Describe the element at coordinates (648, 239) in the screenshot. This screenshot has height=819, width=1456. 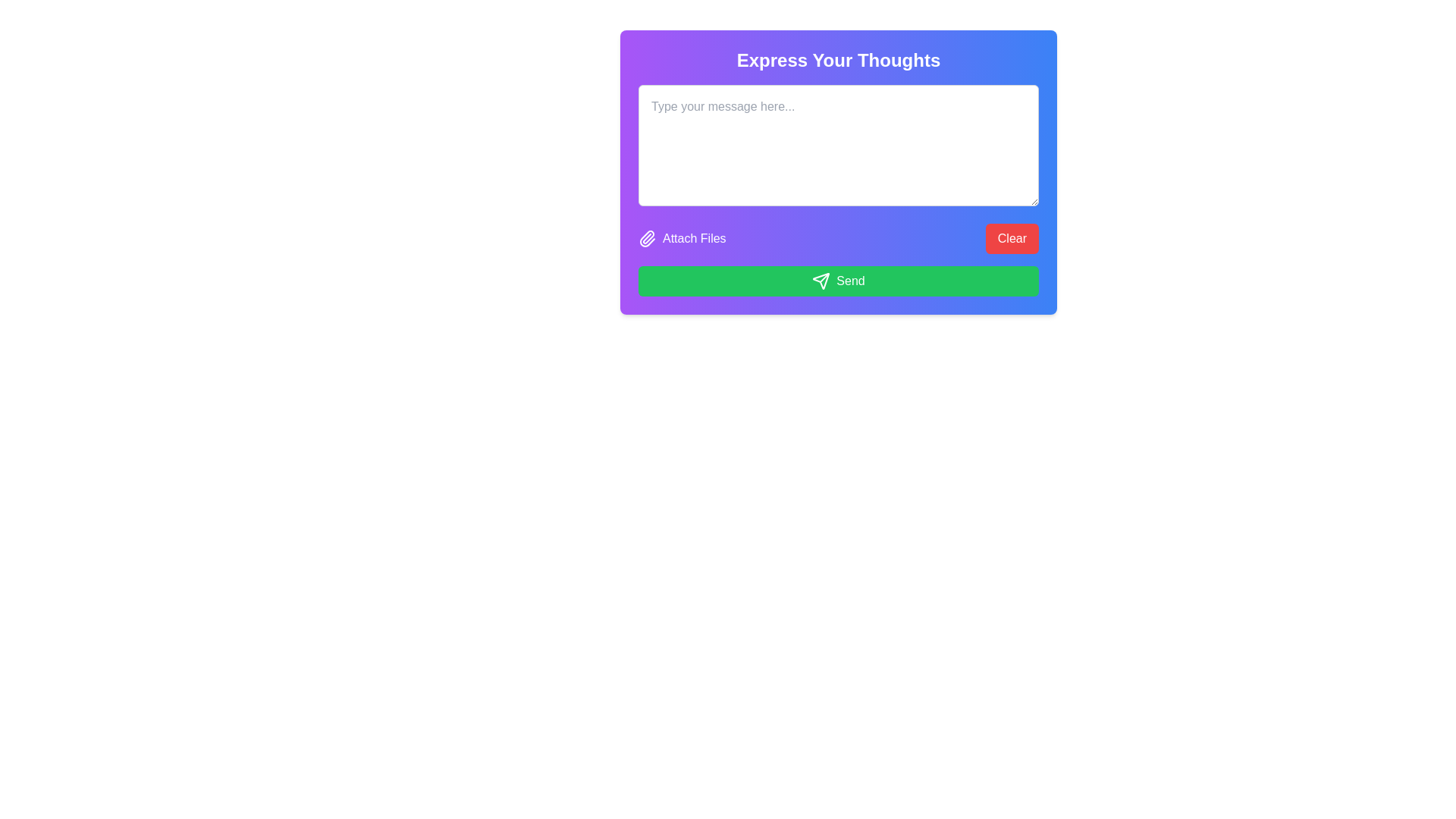
I see `the paperclip icon, which is an outlined SVG element, located to the left of the 'Attach Files' text, serving as a button for attaching files at the bottom-left corner of the purple card` at that location.